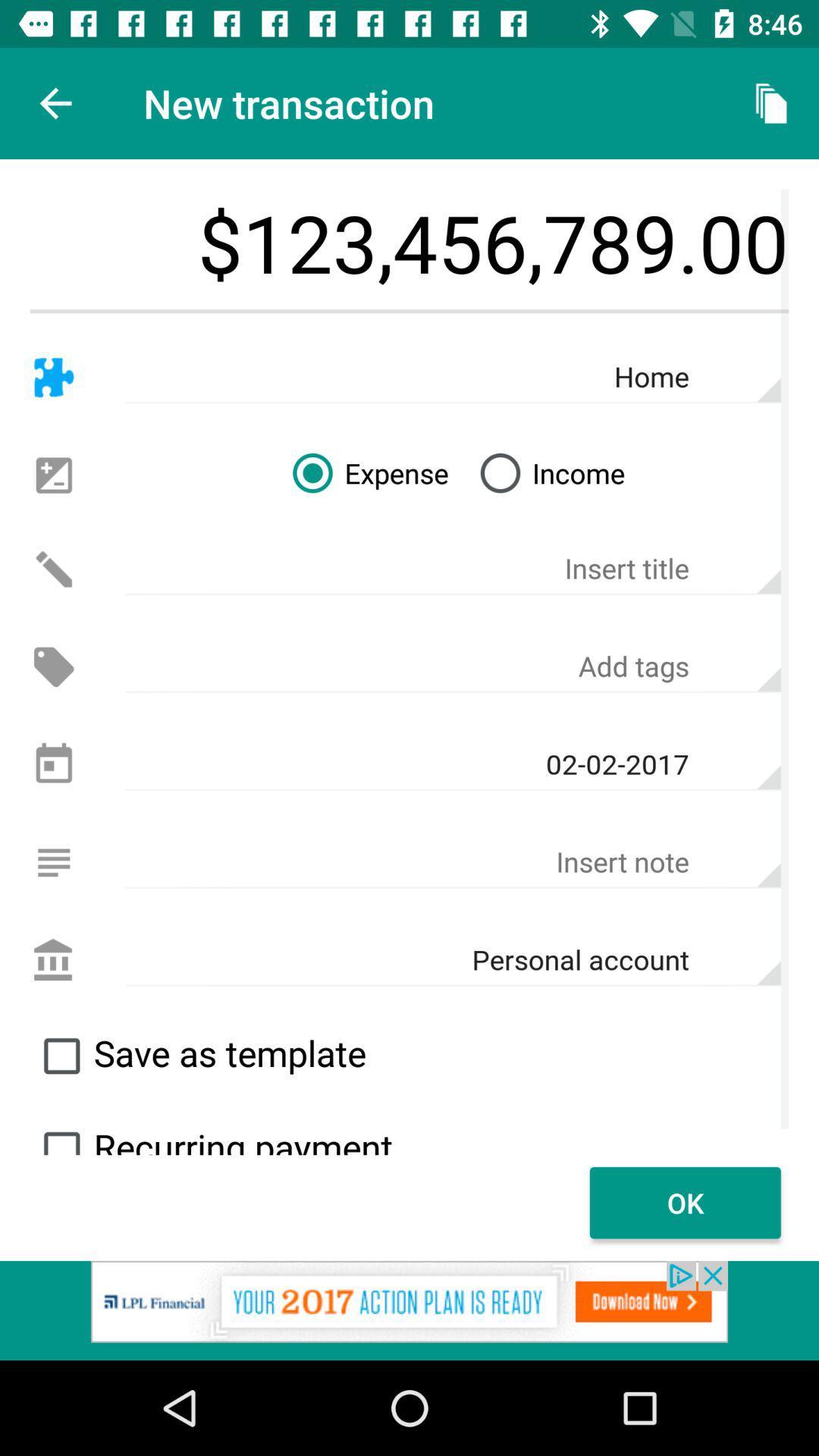 The image size is (819, 1456). I want to click on fill data, so click(452, 862).